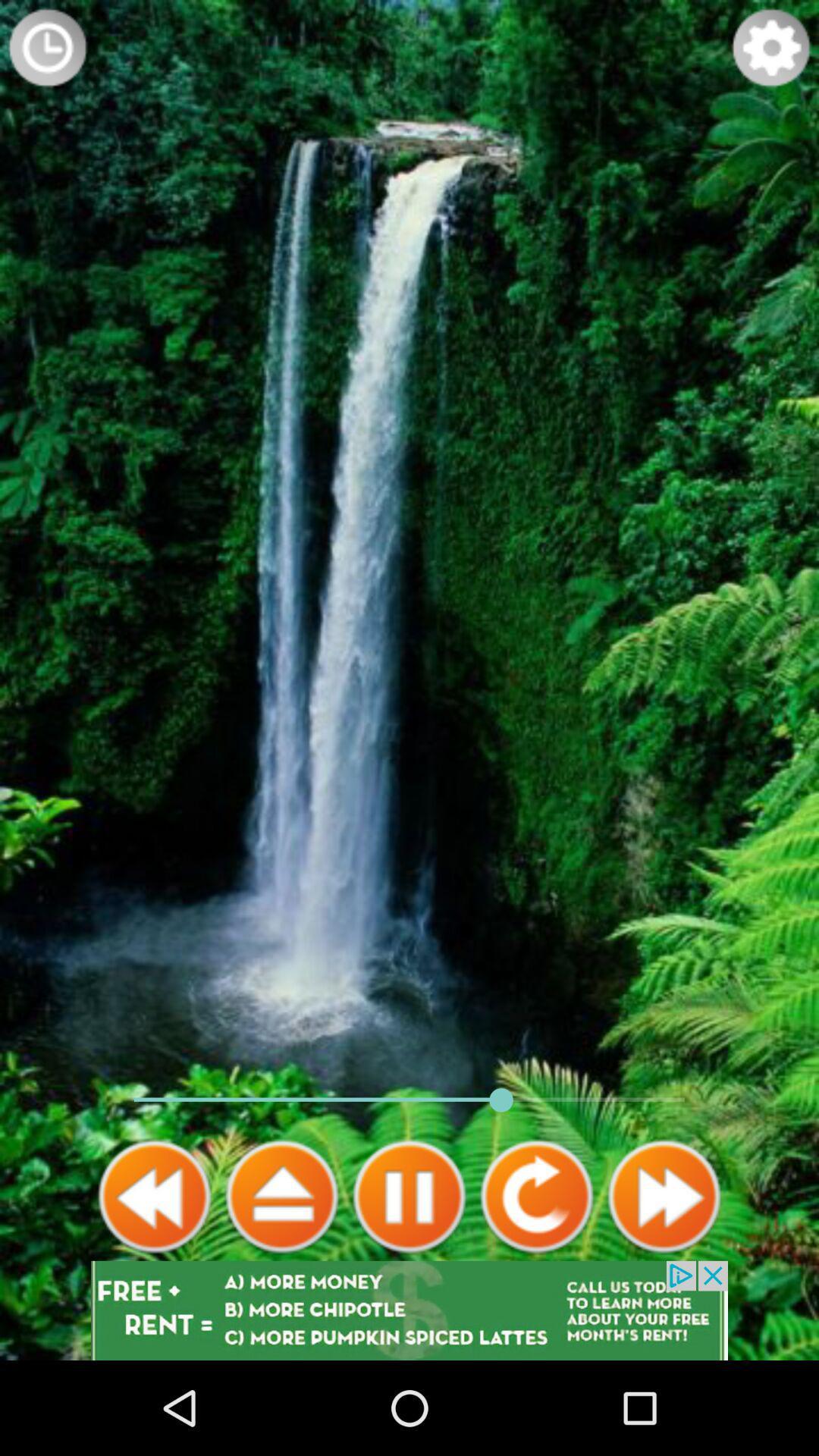 The image size is (819, 1456). What do you see at coordinates (663, 1280) in the screenshot?
I see `the av_forward icon` at bounding box center [663, 1280].